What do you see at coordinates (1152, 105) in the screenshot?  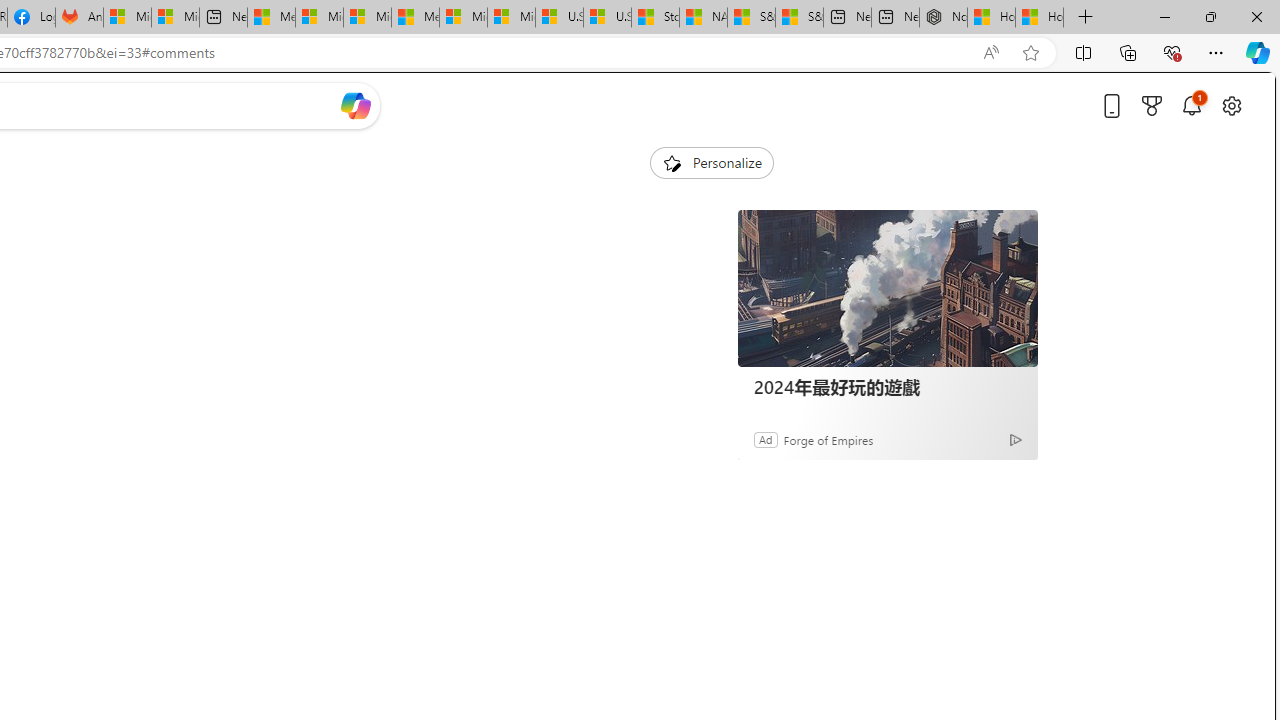 I see `'Microsoft rewards'` at bounding box center [1152, 105].